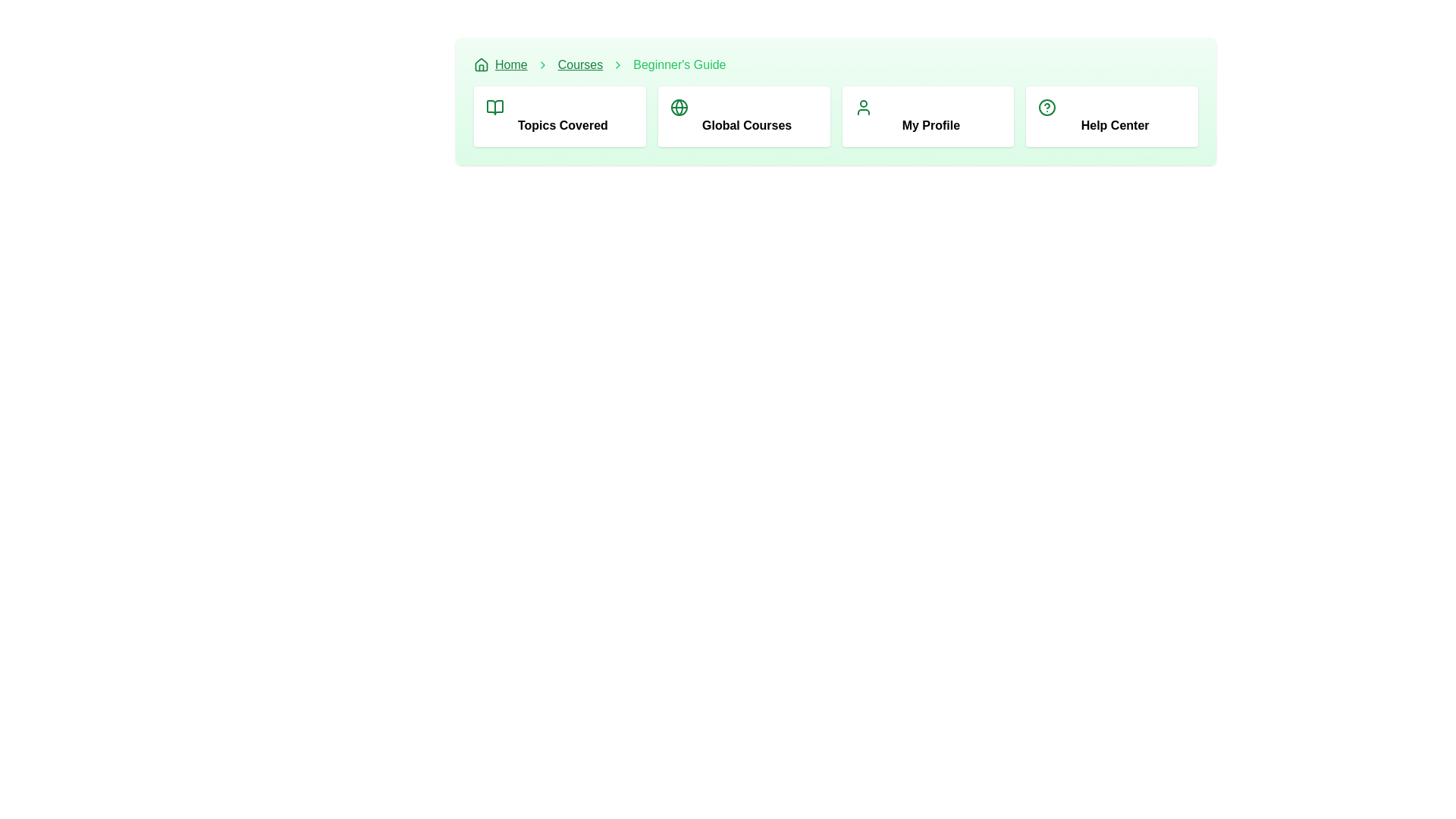 This screenshot has height=819, width=1456. What do you see at coordinates (500, 64) in the screenshot?
I see `the 'Home' hyperlink in the breadcrumb navigation` at bounding box center [500, 64].